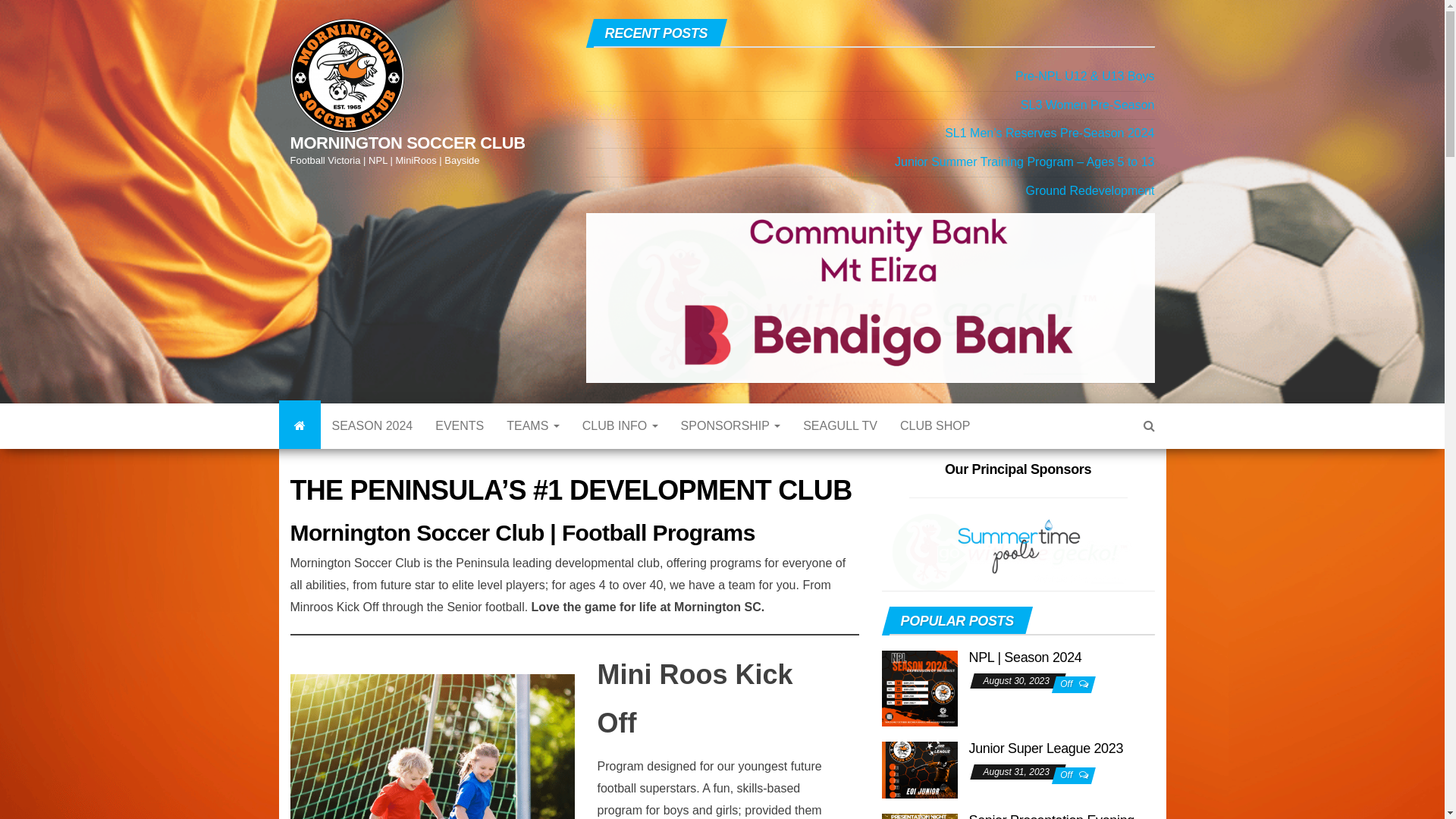  What do you see at coordinates (839, 447) in the screenshot?
I see `'SEAGULL TV'` at bounding box center [839, 447].